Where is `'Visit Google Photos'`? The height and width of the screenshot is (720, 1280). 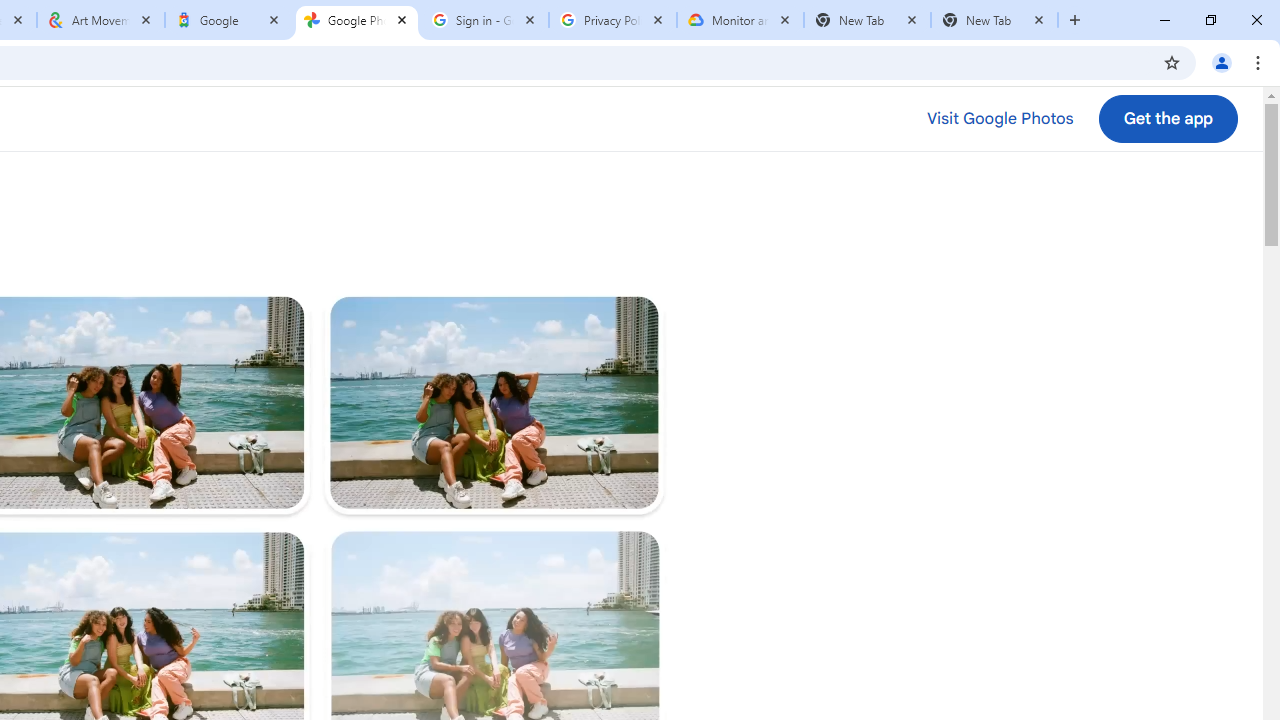 'Visit Google Photos' is located at coordinates (999, 119).